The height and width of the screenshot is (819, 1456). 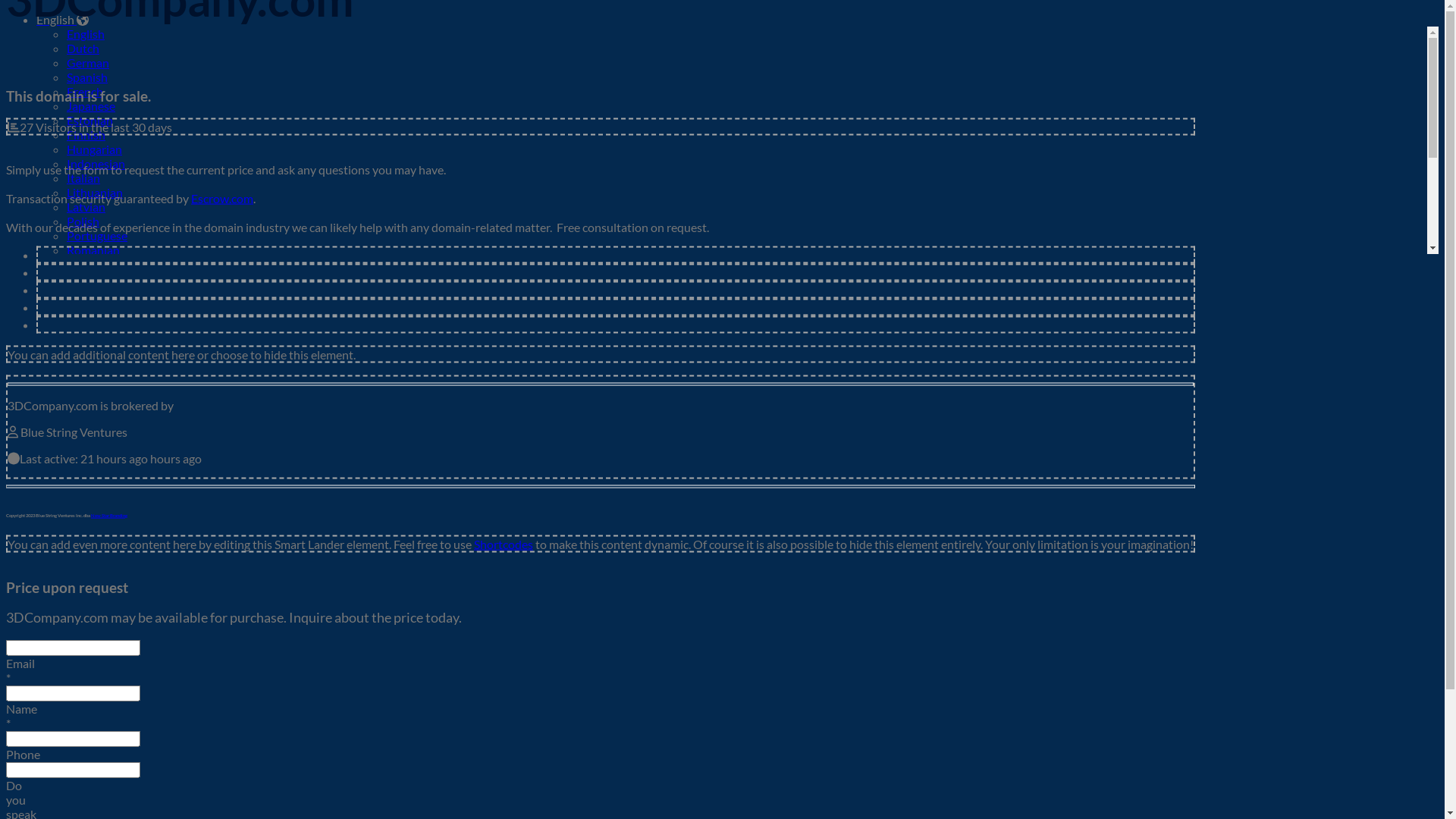 I want to click on 'Swedish', so click(x=87, y=307).